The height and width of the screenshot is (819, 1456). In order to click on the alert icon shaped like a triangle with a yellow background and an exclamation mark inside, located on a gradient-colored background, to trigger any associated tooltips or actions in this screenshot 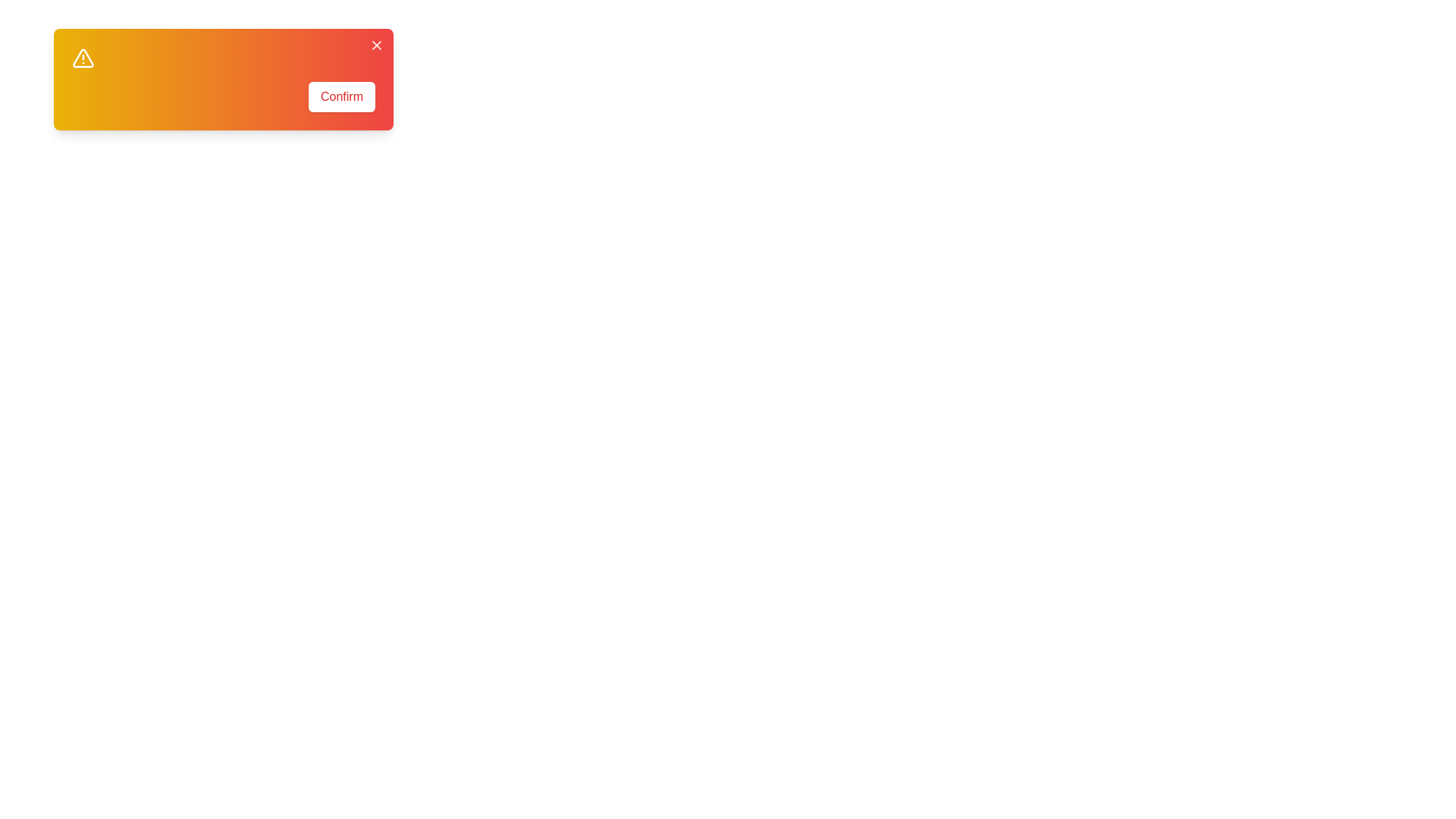, I will do `click(83, 58)`.